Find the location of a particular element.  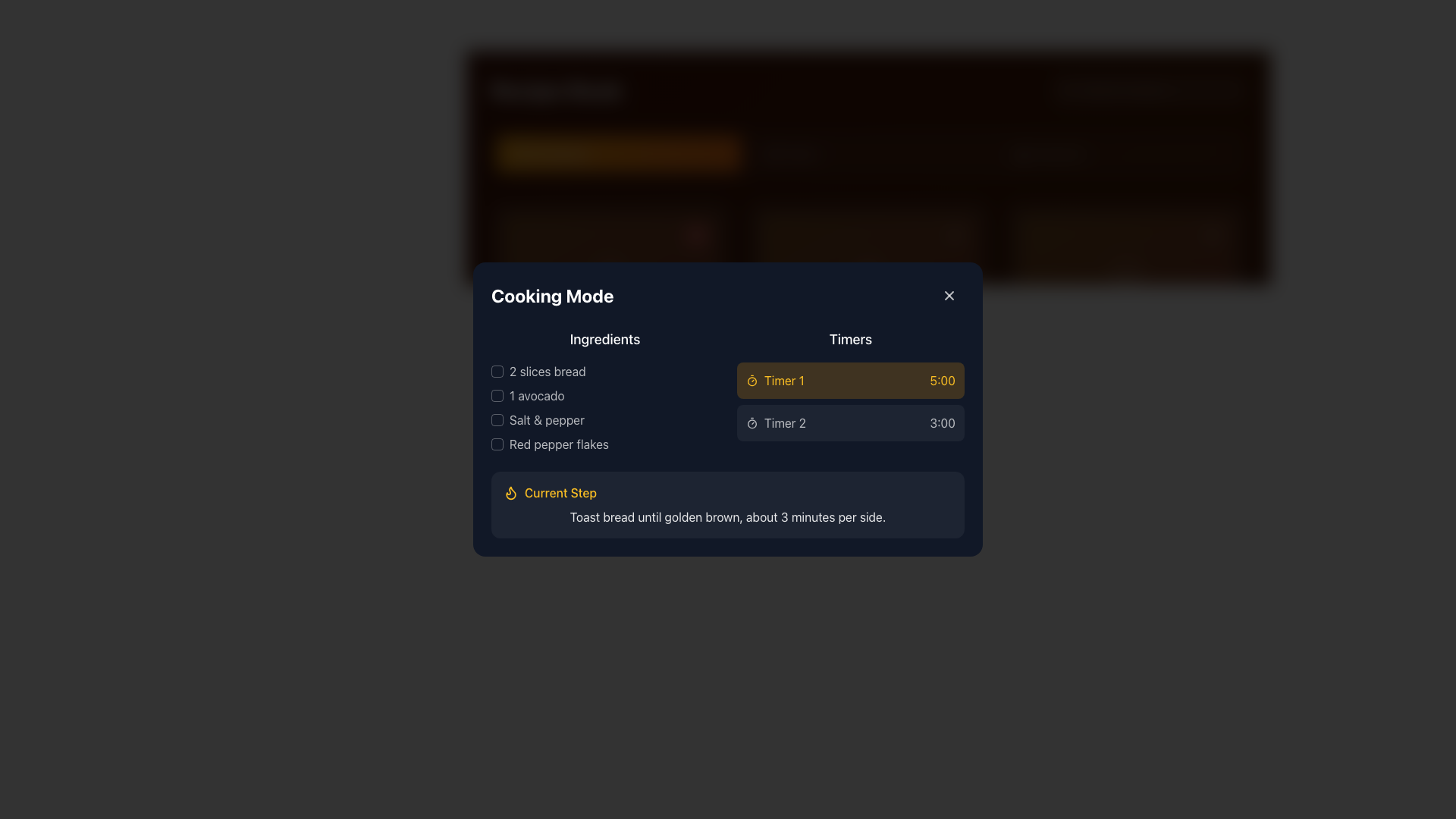

the static text reading 'Toast bread until golden brown, about 3 minutes per side.' which is located in the 'Current Step' section of the interface is located at coordinates (728, 516).